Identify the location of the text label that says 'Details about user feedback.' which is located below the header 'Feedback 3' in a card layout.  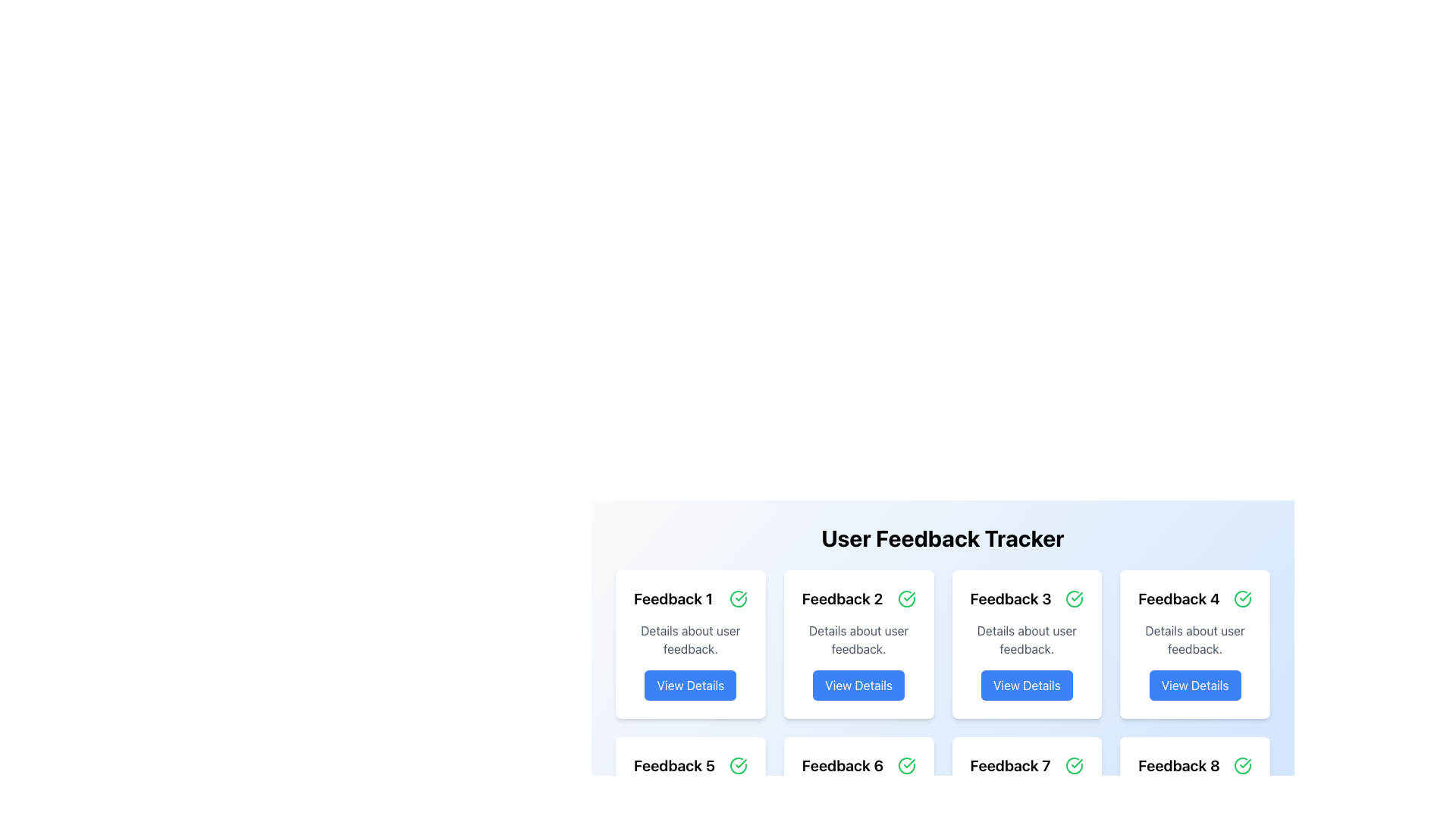
(1027, 640).